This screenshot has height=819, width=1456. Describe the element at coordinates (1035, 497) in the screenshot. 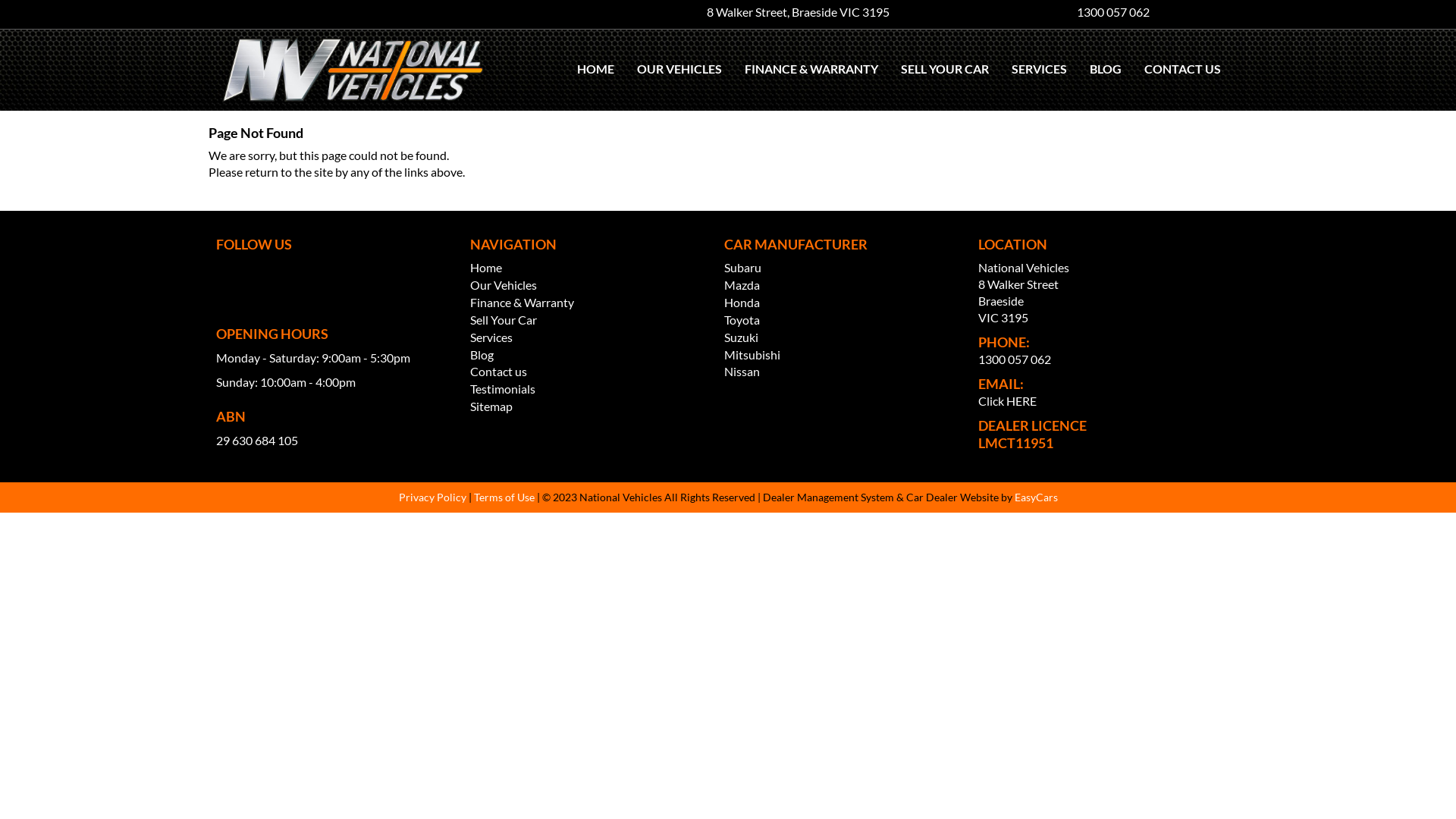

I see `'EasyCars'` at that location.